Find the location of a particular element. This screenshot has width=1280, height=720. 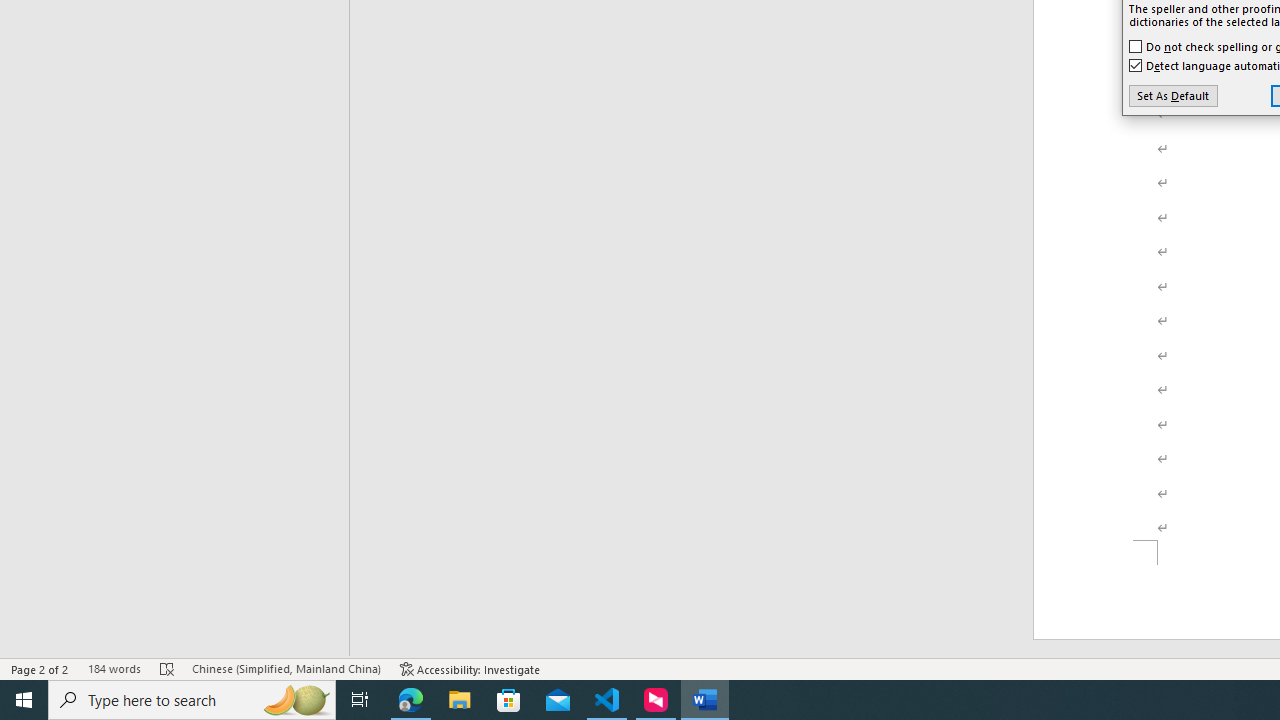

'Set As Default' is located at coordinates (1173, 96).